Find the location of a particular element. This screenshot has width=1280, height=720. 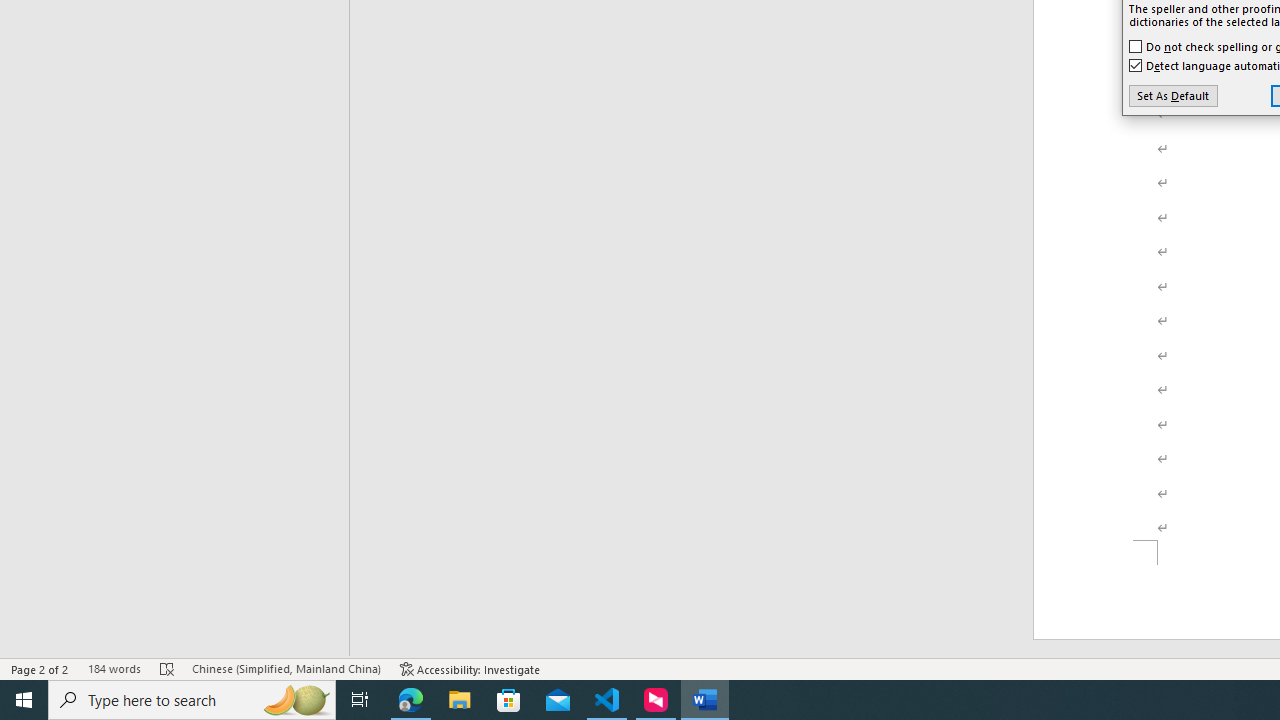

'Set As Default' is located at coordinates (1173, 96).